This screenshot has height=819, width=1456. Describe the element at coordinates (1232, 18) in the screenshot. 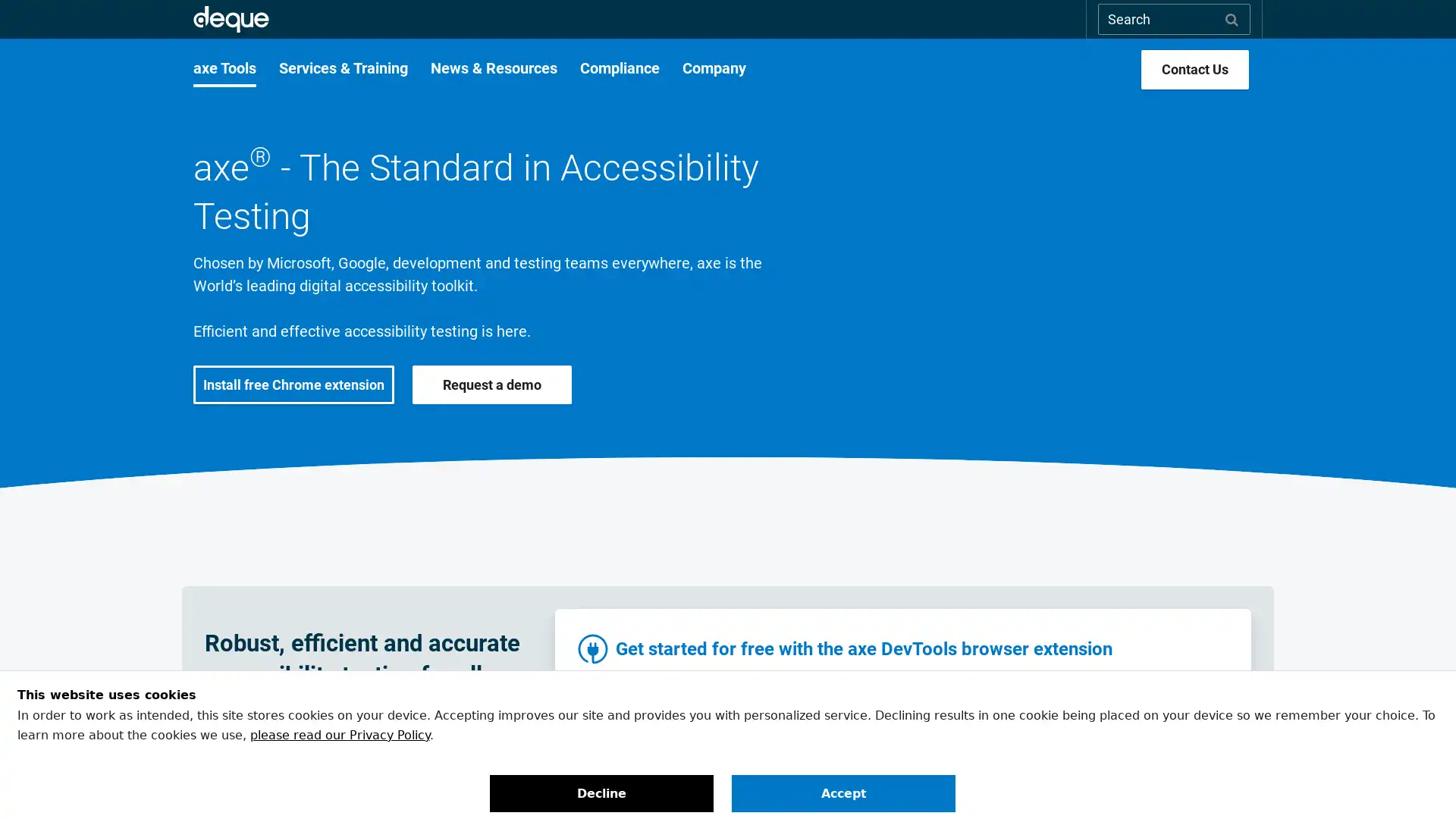

I see `Submit` at that location.